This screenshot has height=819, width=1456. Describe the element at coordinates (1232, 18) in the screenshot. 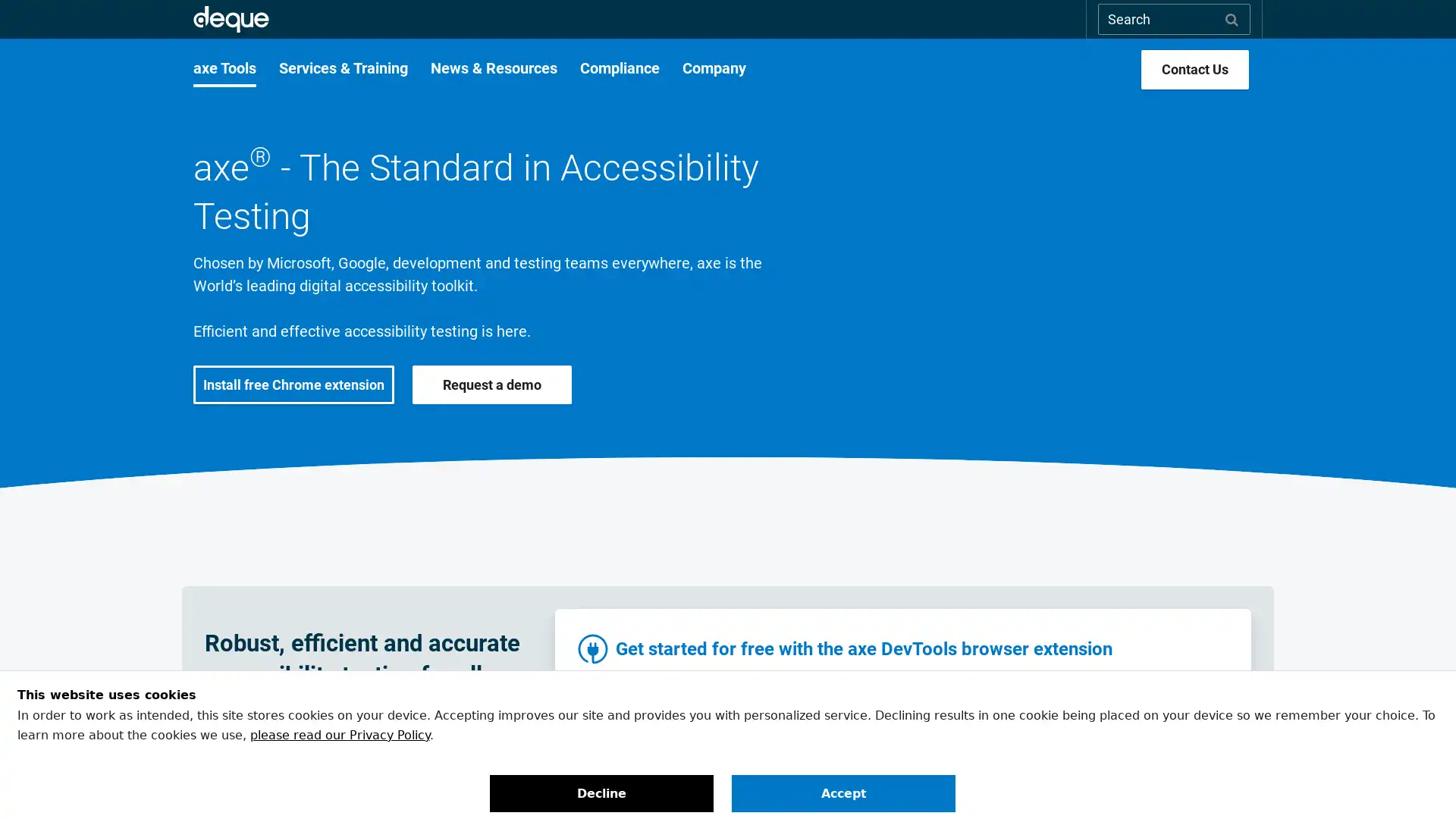

I see `Submit` at that location.